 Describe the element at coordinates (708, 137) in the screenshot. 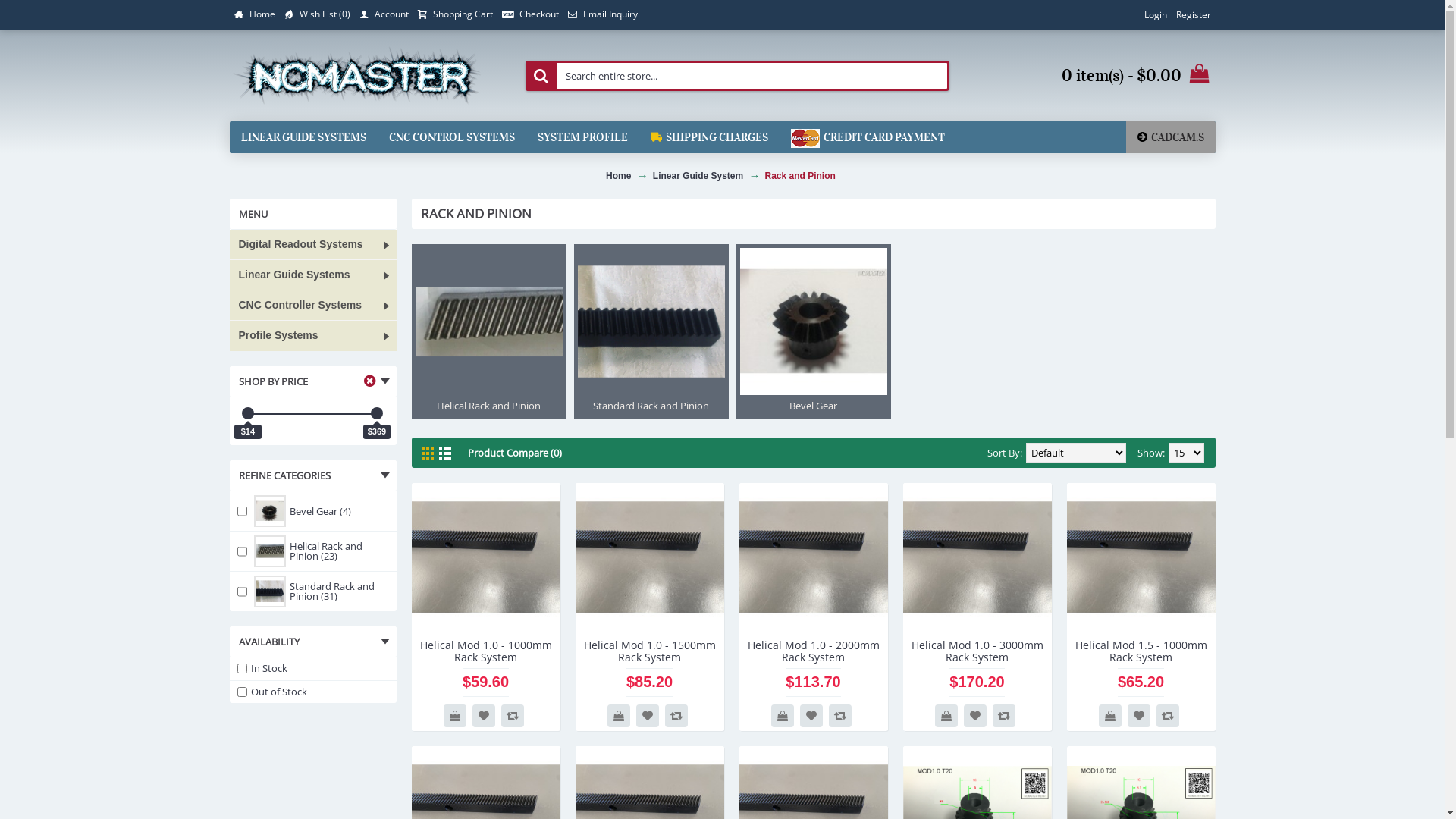

I see `'SHIPPING CHARGES'` at that location.